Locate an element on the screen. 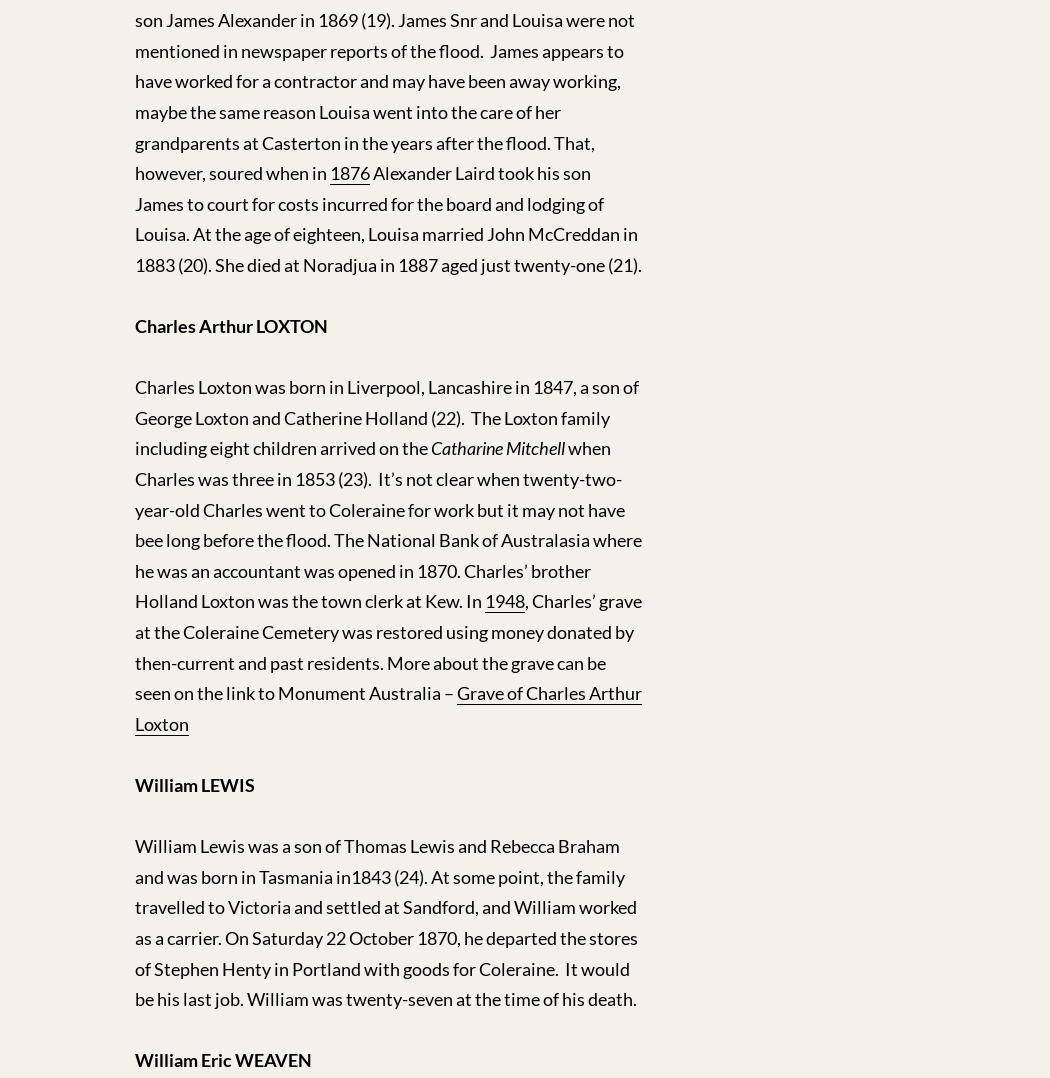  'William Lewis was a son of Thomas Lewis and Rebecca Braham and was born in Tasmania in1843 (24). At some point, the family travelled to Victoria and settled at Sandford, and William worked as a carrier. On Saturday 22 October 1870, he departed the stores of Stephen Henty in Portland with goods for Coleraine.  It would be his last job. William was twenty-seven at the time of his death.' is located at coordinates (386, 922).